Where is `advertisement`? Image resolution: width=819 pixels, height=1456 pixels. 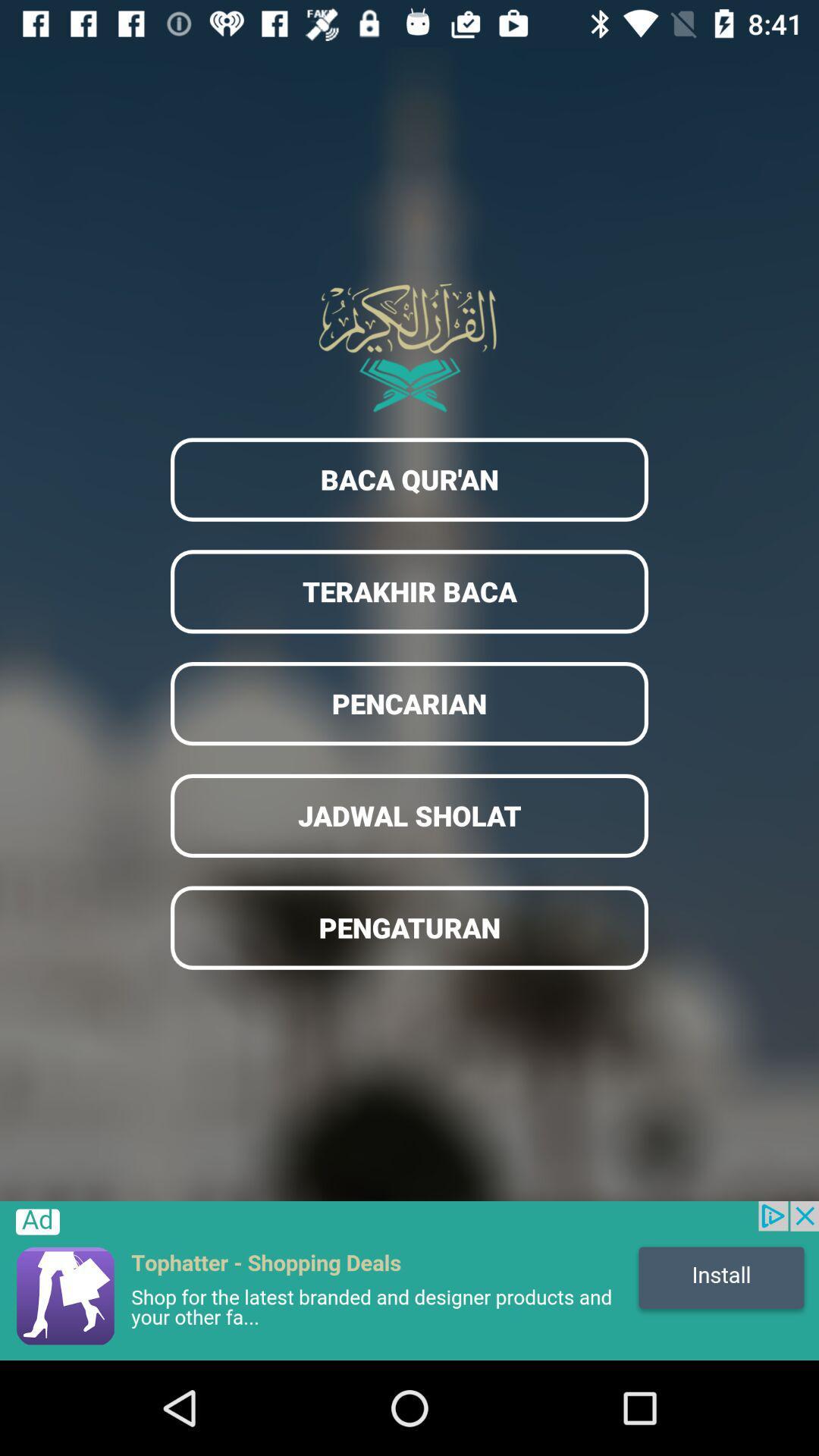
advertisement is located at coordinates (409, 1280).